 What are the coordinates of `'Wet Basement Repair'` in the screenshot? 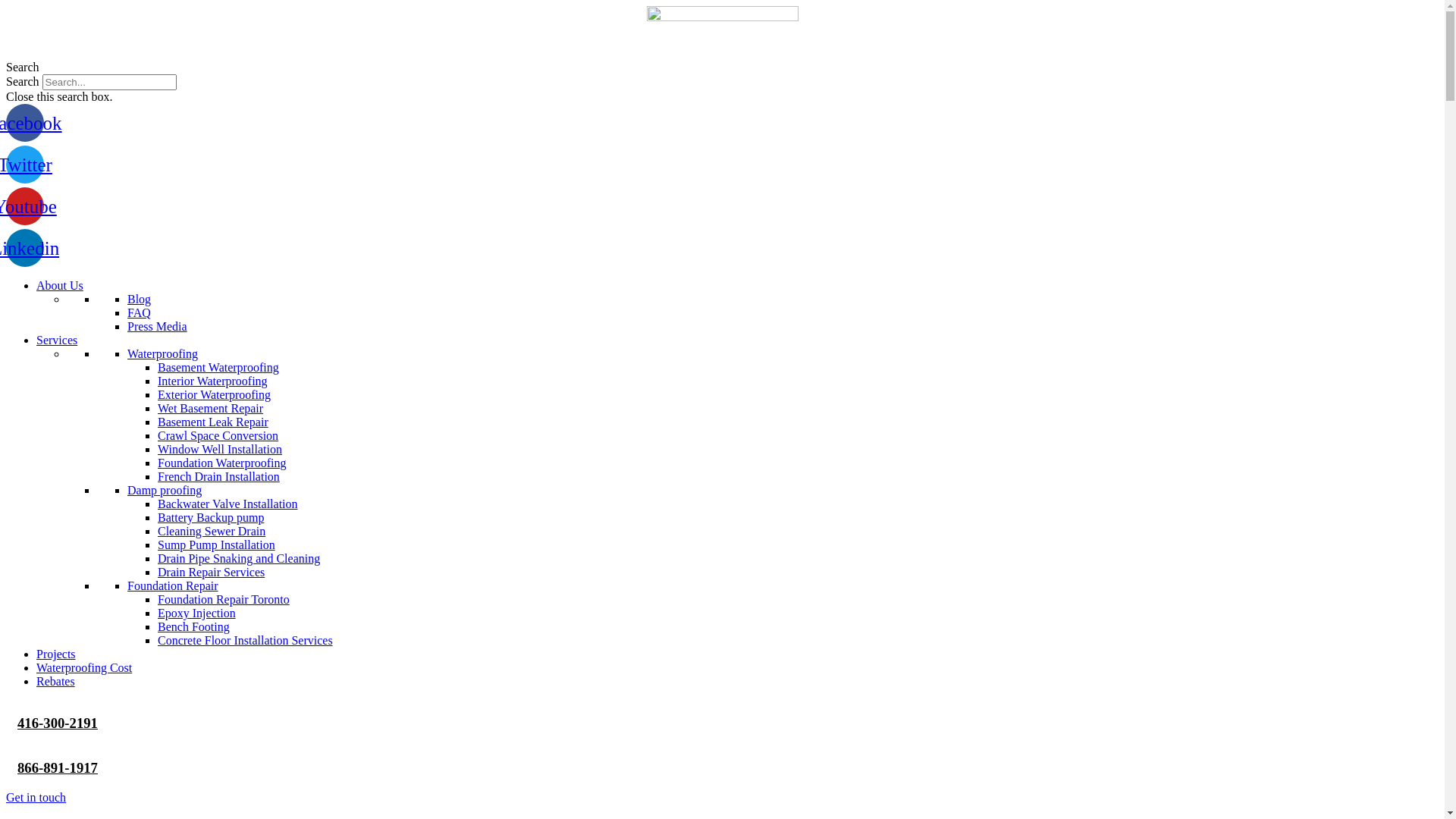 It's located at (209, 407).